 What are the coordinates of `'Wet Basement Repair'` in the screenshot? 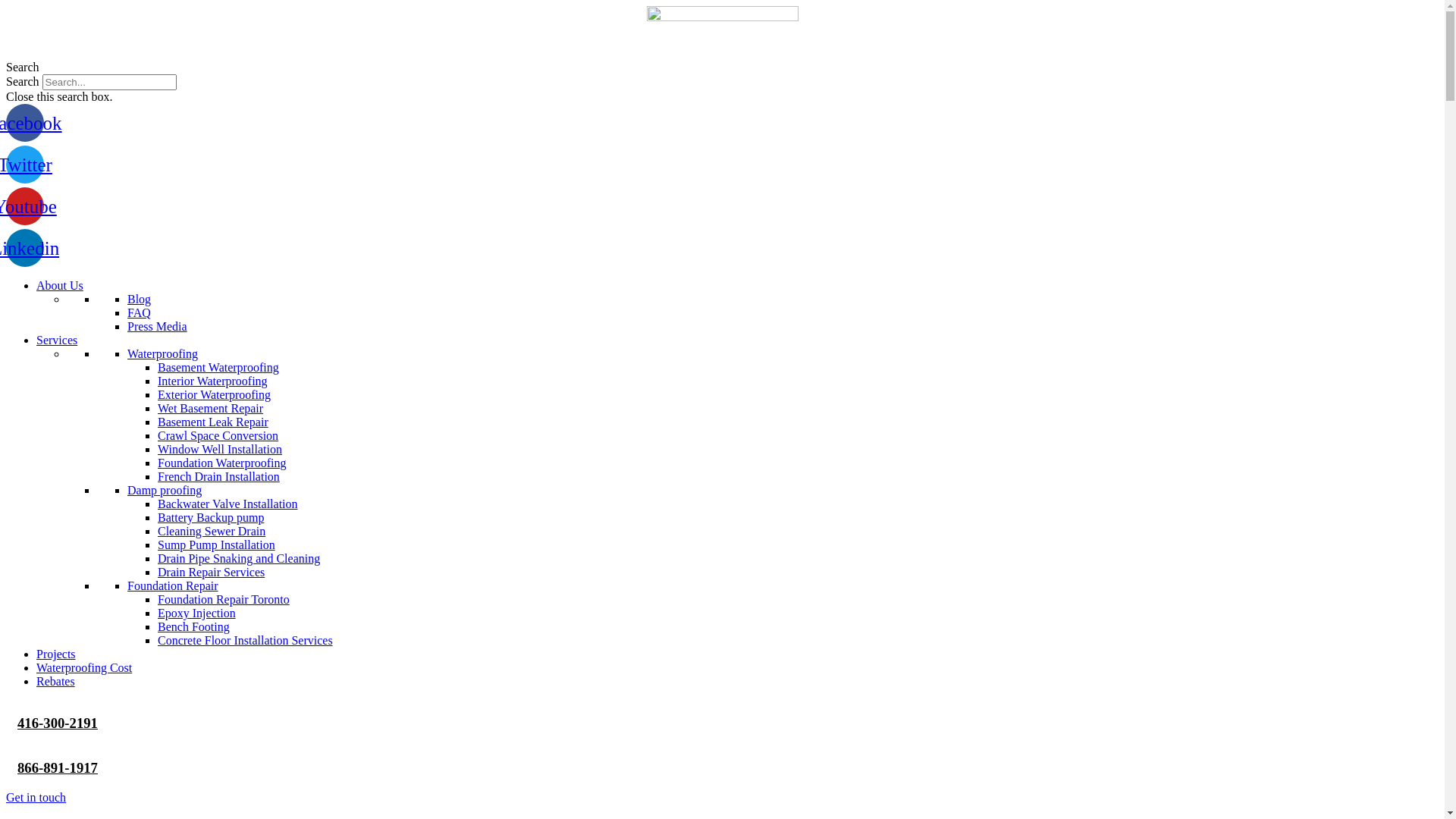 It's located at (209, 407).